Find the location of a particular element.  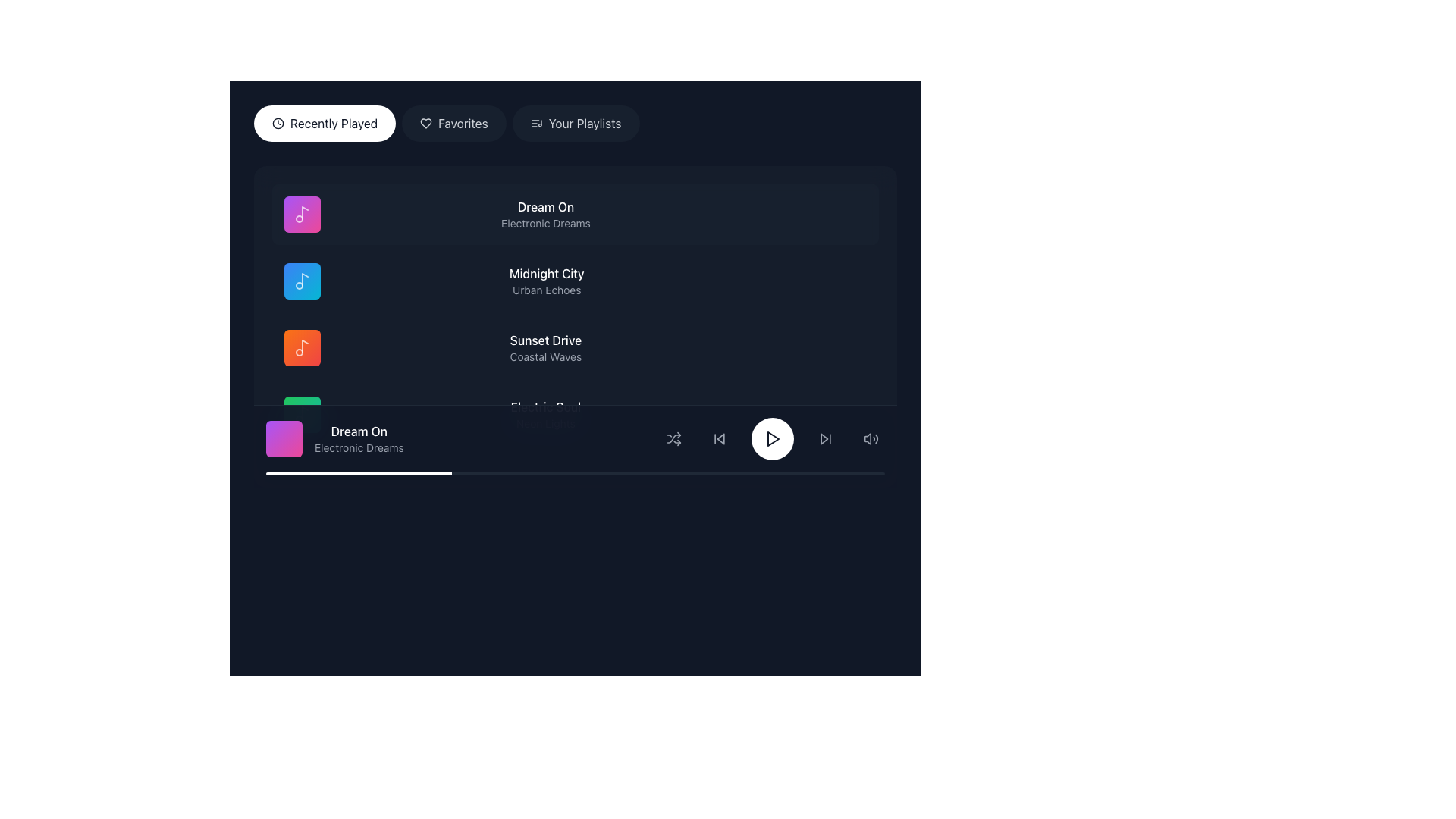

the circular play button, which has a white background and a black play icon, located centrally in the player controls bar is located at coordinates (772, 438).